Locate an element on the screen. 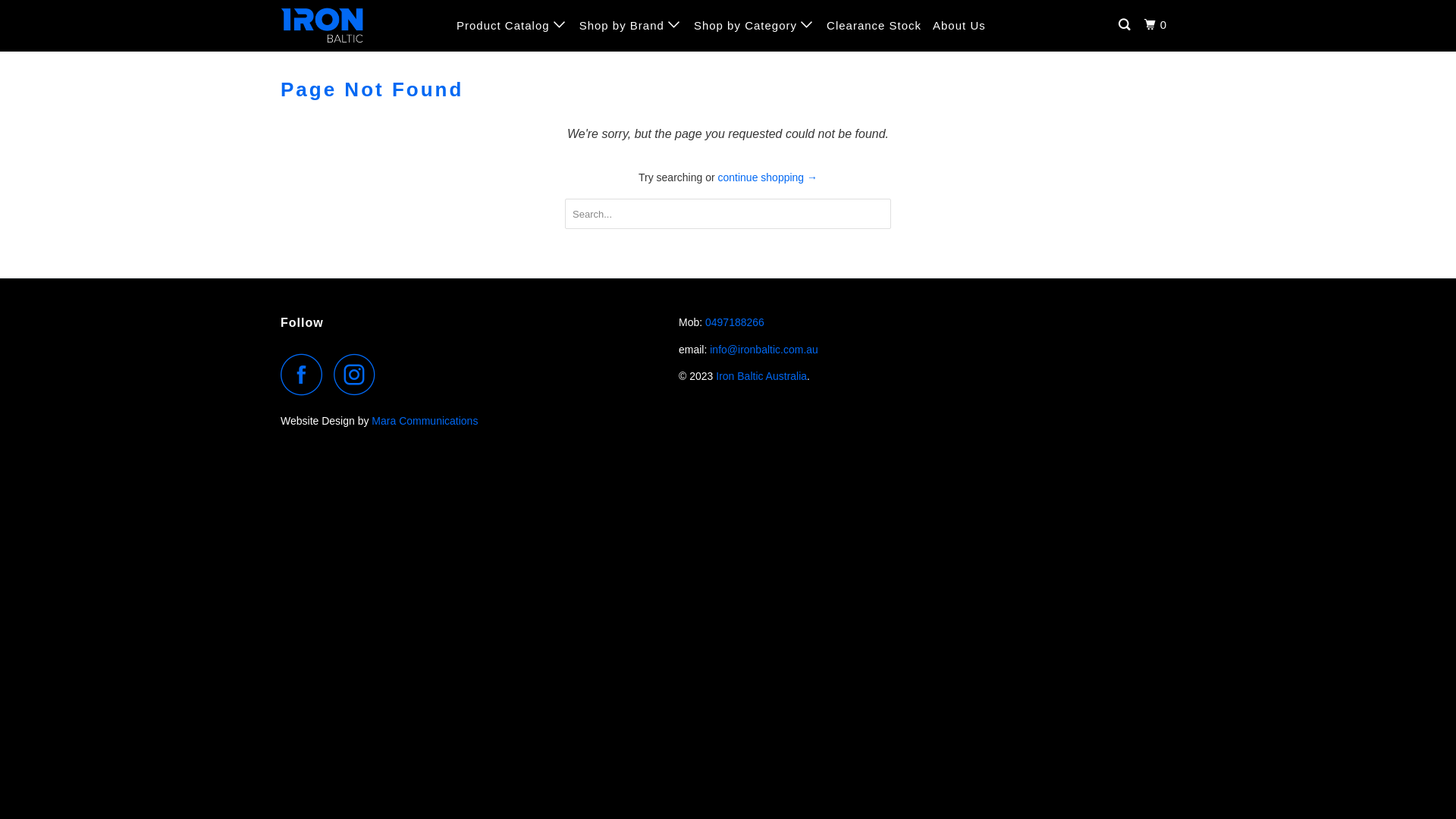 The image size is (1456, 819). 'Shop by Category' is located at coordinates (754, 25).